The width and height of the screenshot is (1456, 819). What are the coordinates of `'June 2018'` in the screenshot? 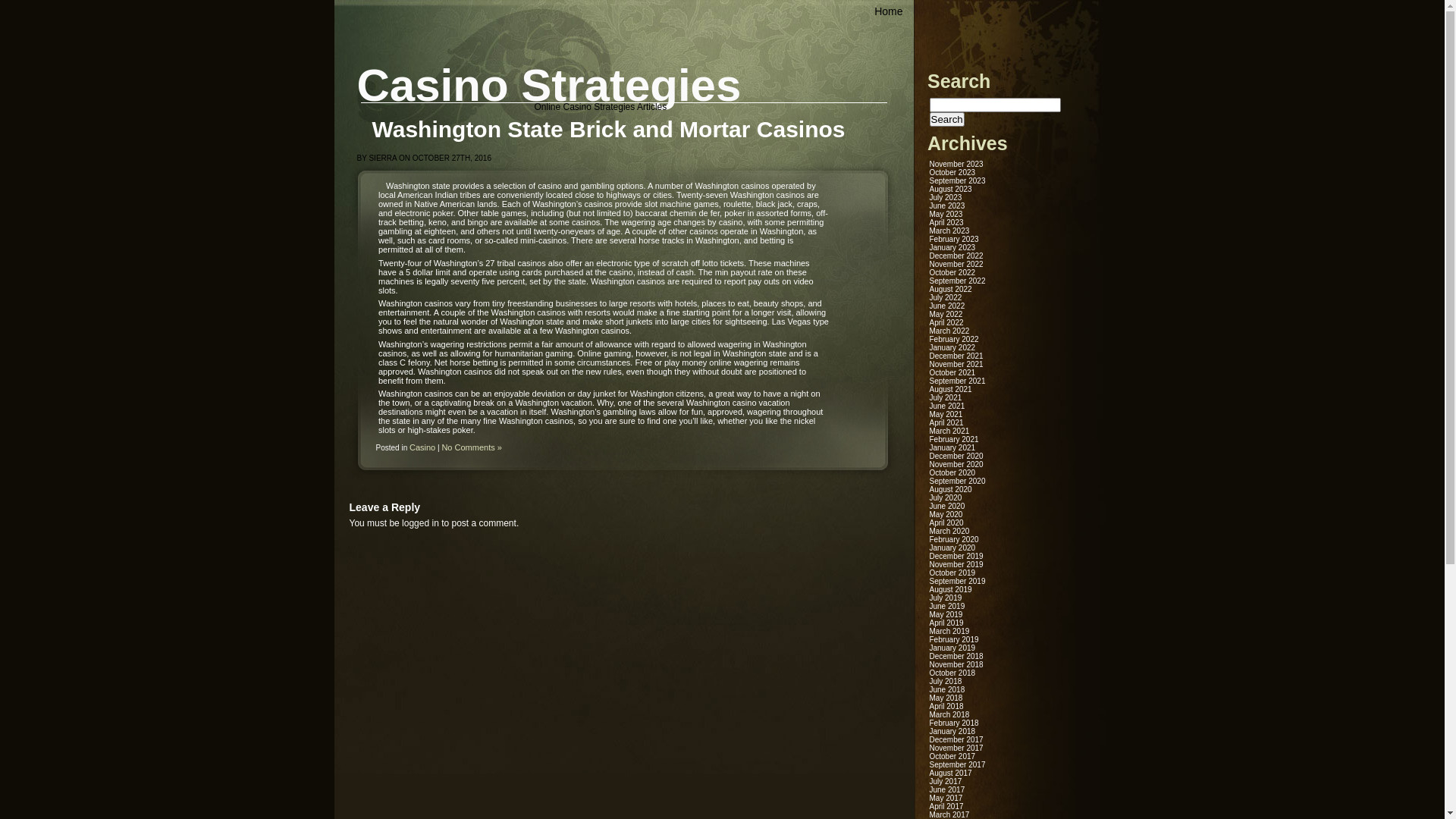 It's located at (946, 689).